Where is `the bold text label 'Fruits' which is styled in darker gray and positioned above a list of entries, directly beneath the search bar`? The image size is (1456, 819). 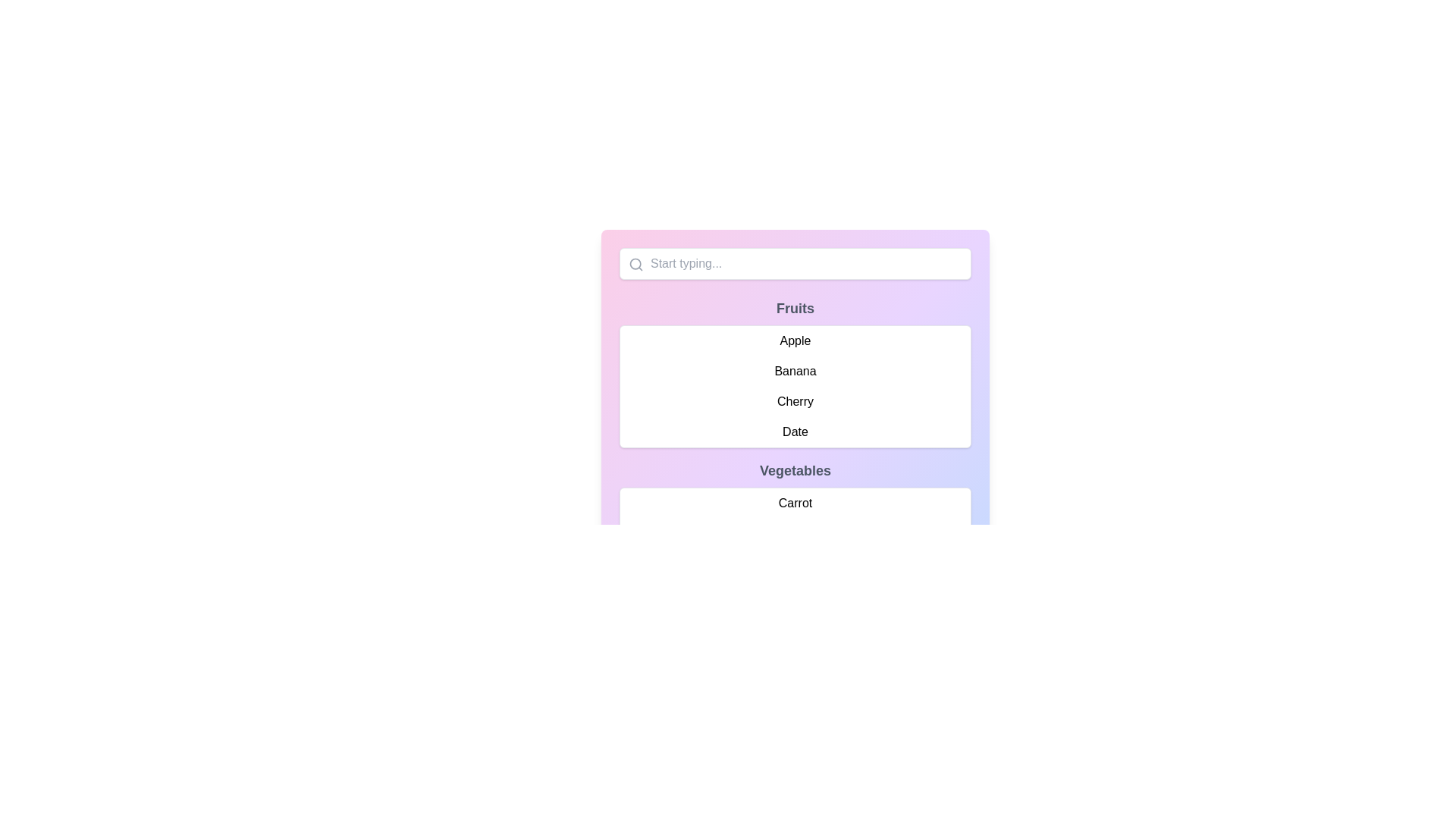 the bold text label 'Fruits' which is styled in darker gray and positioned above a list of entries, directly beneath the search bar is located at coordinates (795, 308).